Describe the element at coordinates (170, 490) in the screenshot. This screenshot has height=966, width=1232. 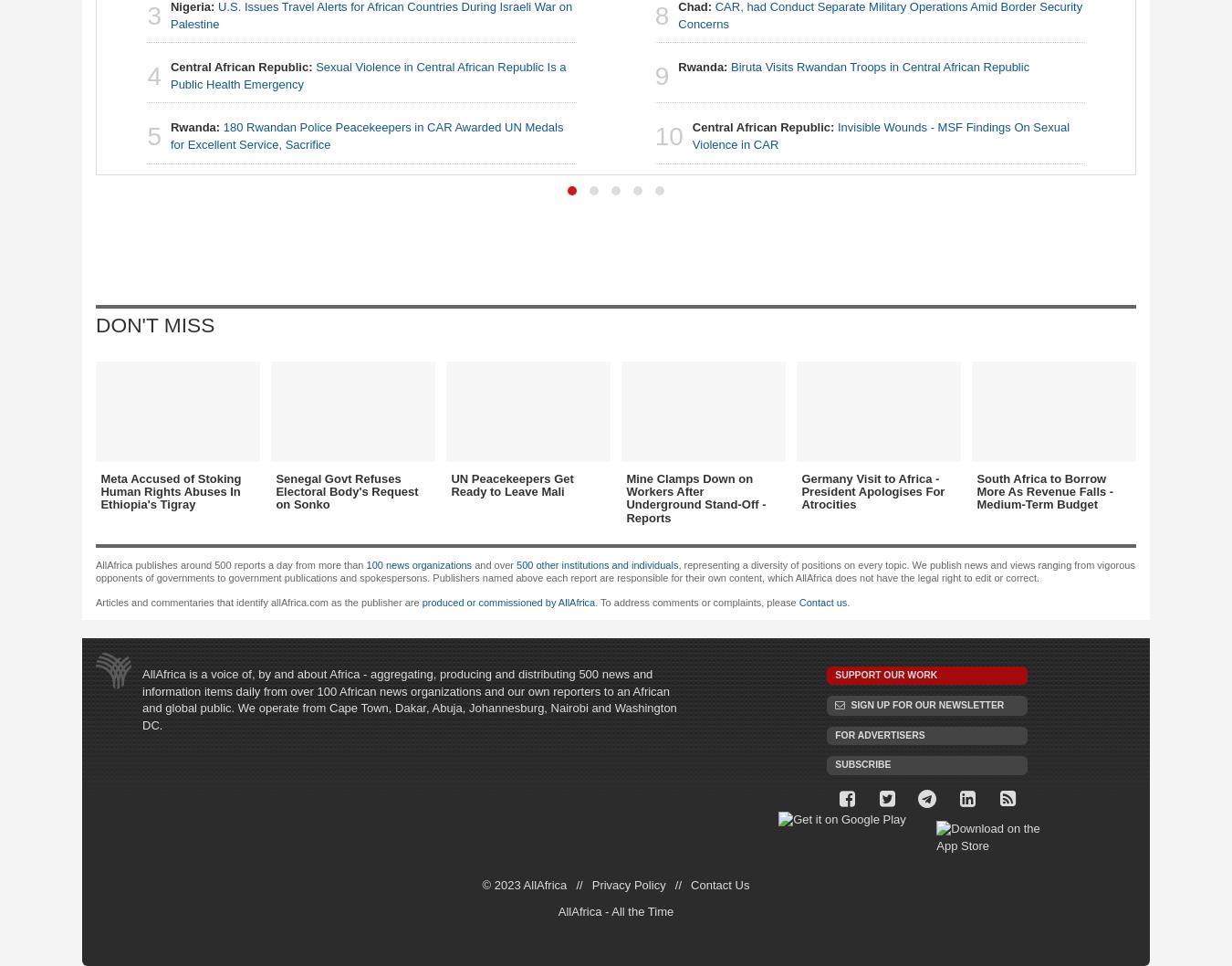
I see `'Meta Accused of Stoking Human Rights Abuses In Ethiopia's Tigray'` at that location.